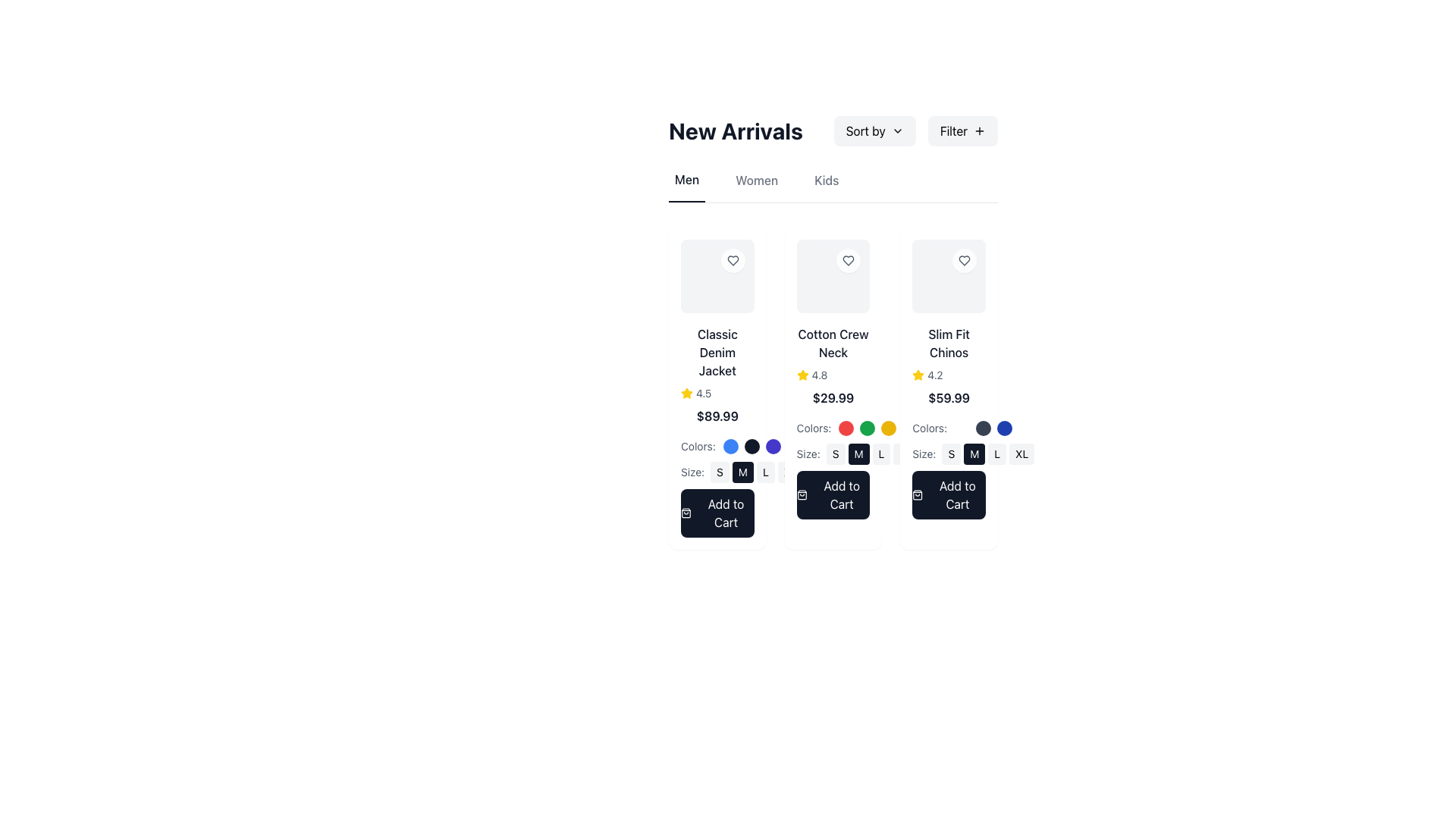 This screenshot has height=819, width=1456. What do you see at coordinates (752, 445) in the screenshot?
I see `the middle black circle with a white border, which is the second color option in the horizontal row of color indicators under the 'Colors:' label of the 'Classic Denim Jacket' product card` at bounding box center [752, 445].